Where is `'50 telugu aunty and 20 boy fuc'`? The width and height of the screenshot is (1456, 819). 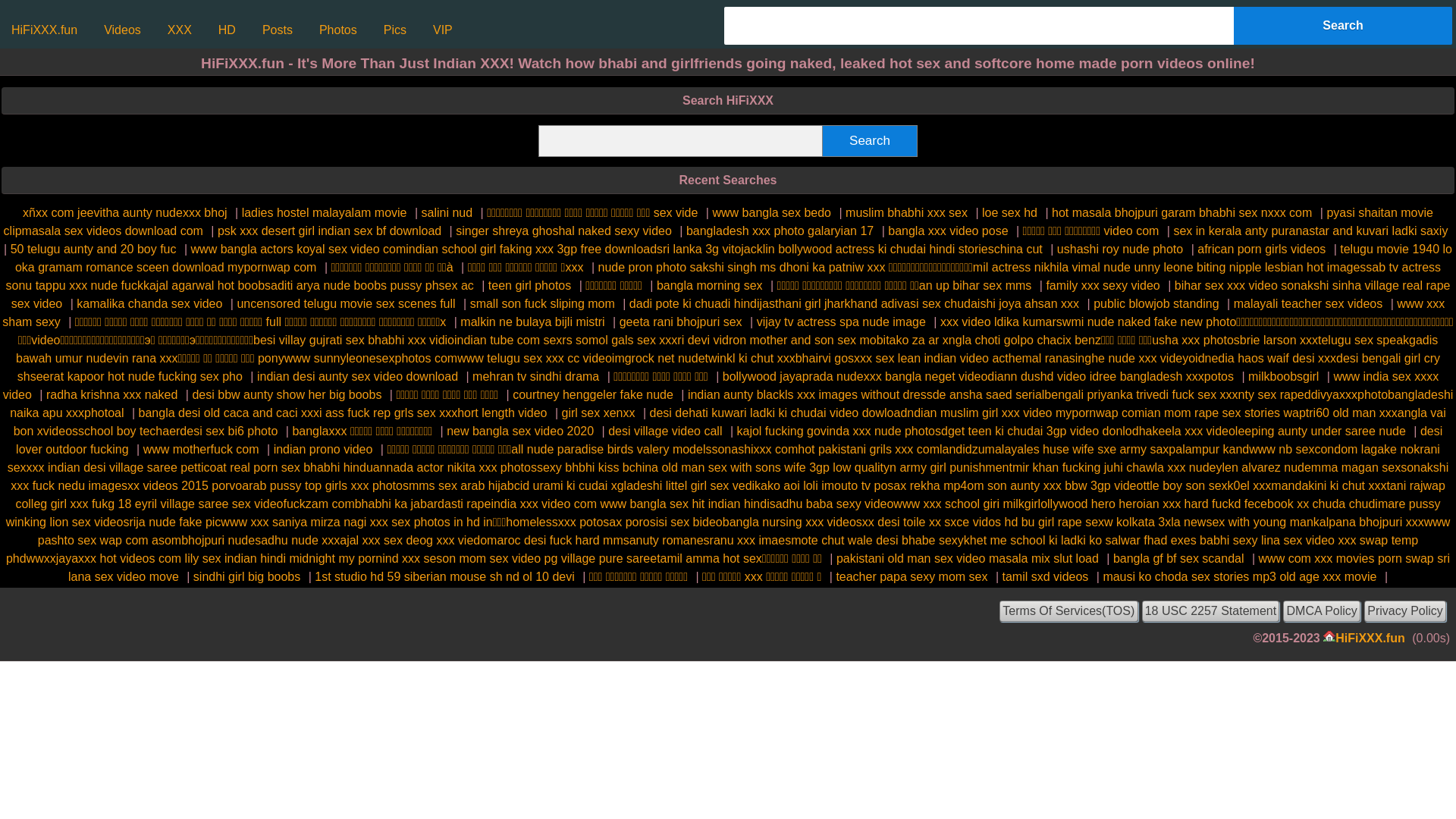 '50 telugu aunty and 20 boy fuc' is located at coordinates (93, 248).